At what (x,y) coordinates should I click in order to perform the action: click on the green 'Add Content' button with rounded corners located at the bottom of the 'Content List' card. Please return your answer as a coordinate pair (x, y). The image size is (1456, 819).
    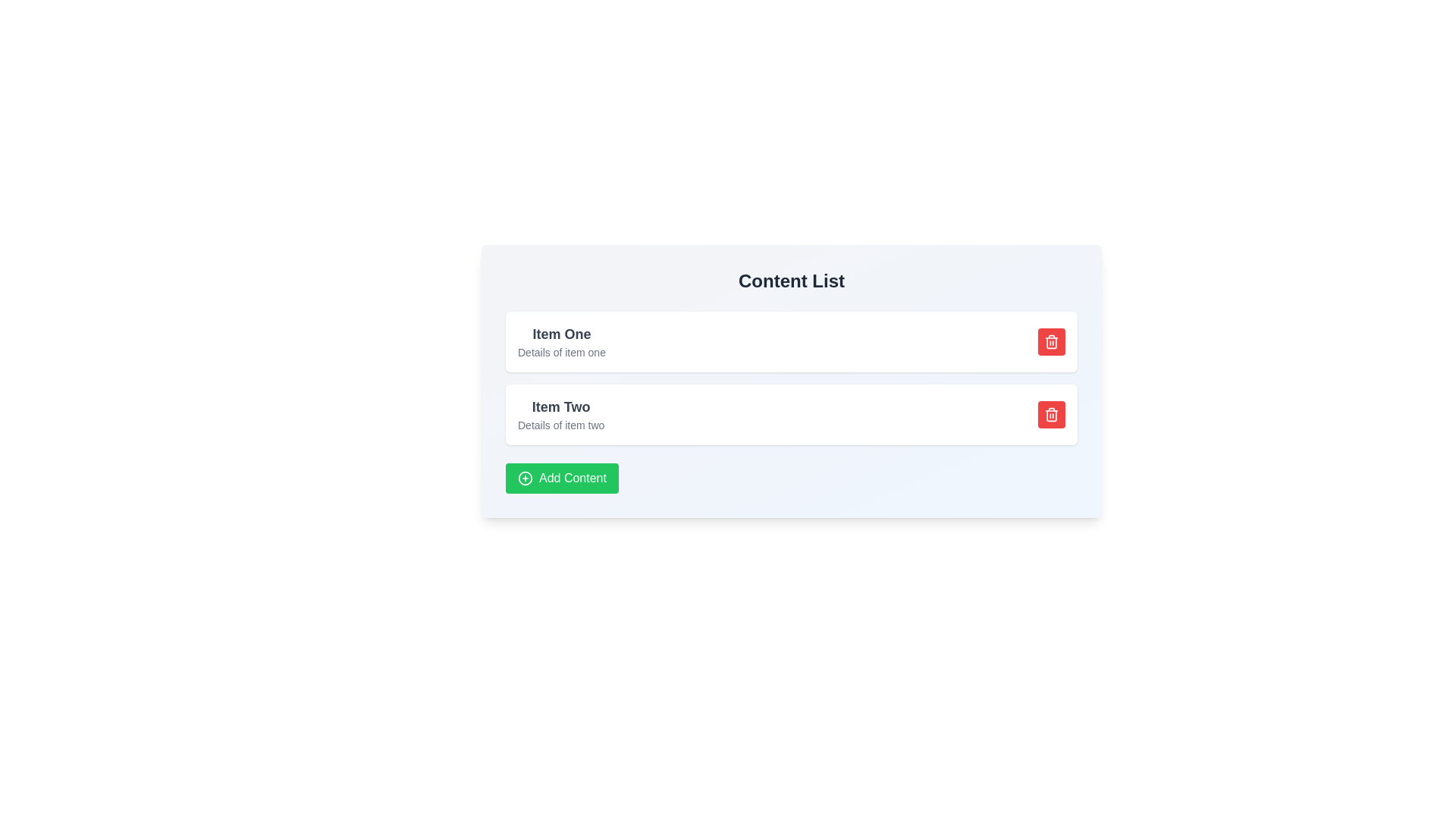
    Looking at the image, I should click on (561, 479).